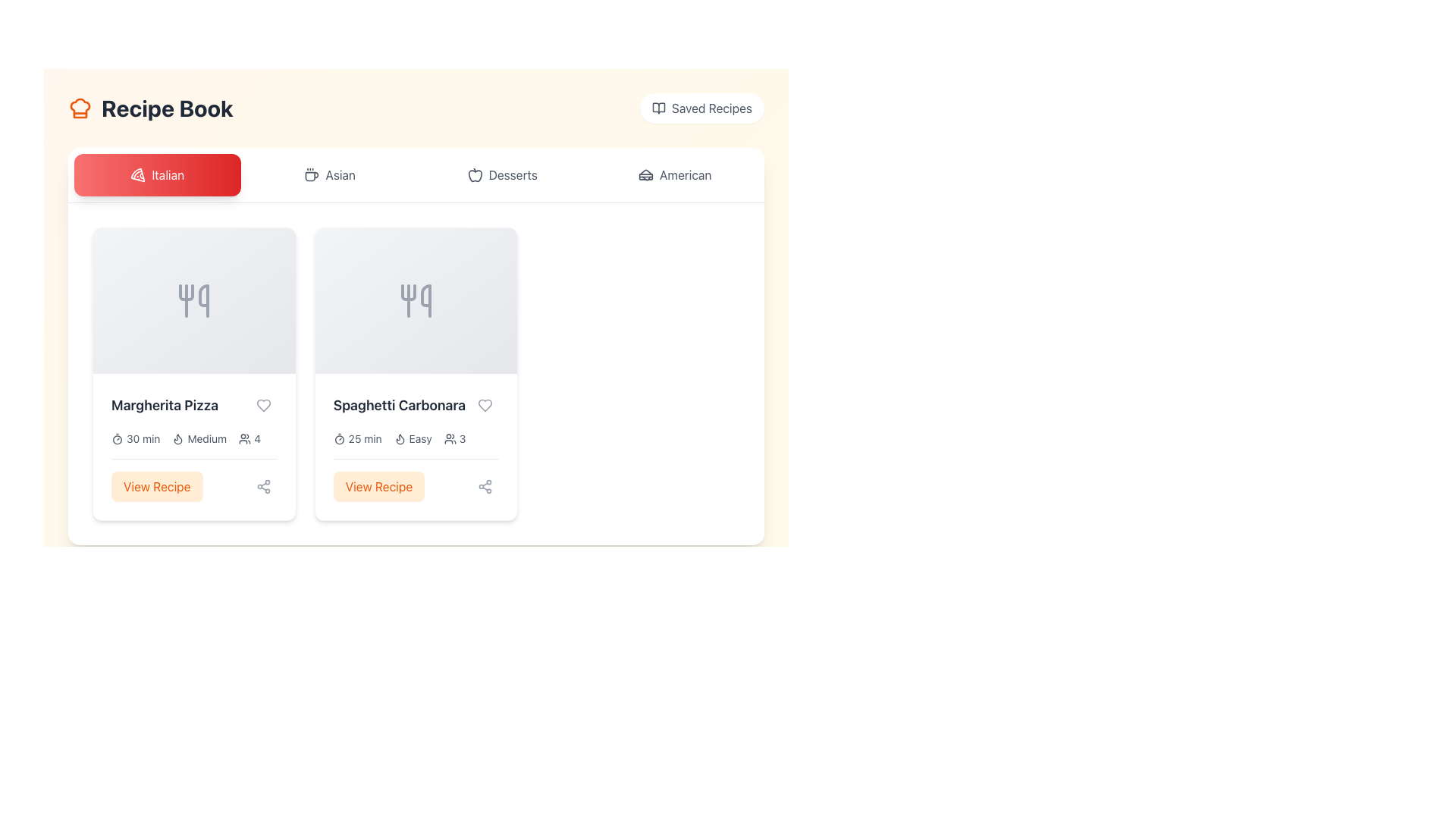  What do you see at coordinates (136, 438) in the screenshot?
I see `the '30 min' text and clock icon element, which is the first item in the recipe card group below the title 'Margherita Pizza'` at bounding box center [136, 438].